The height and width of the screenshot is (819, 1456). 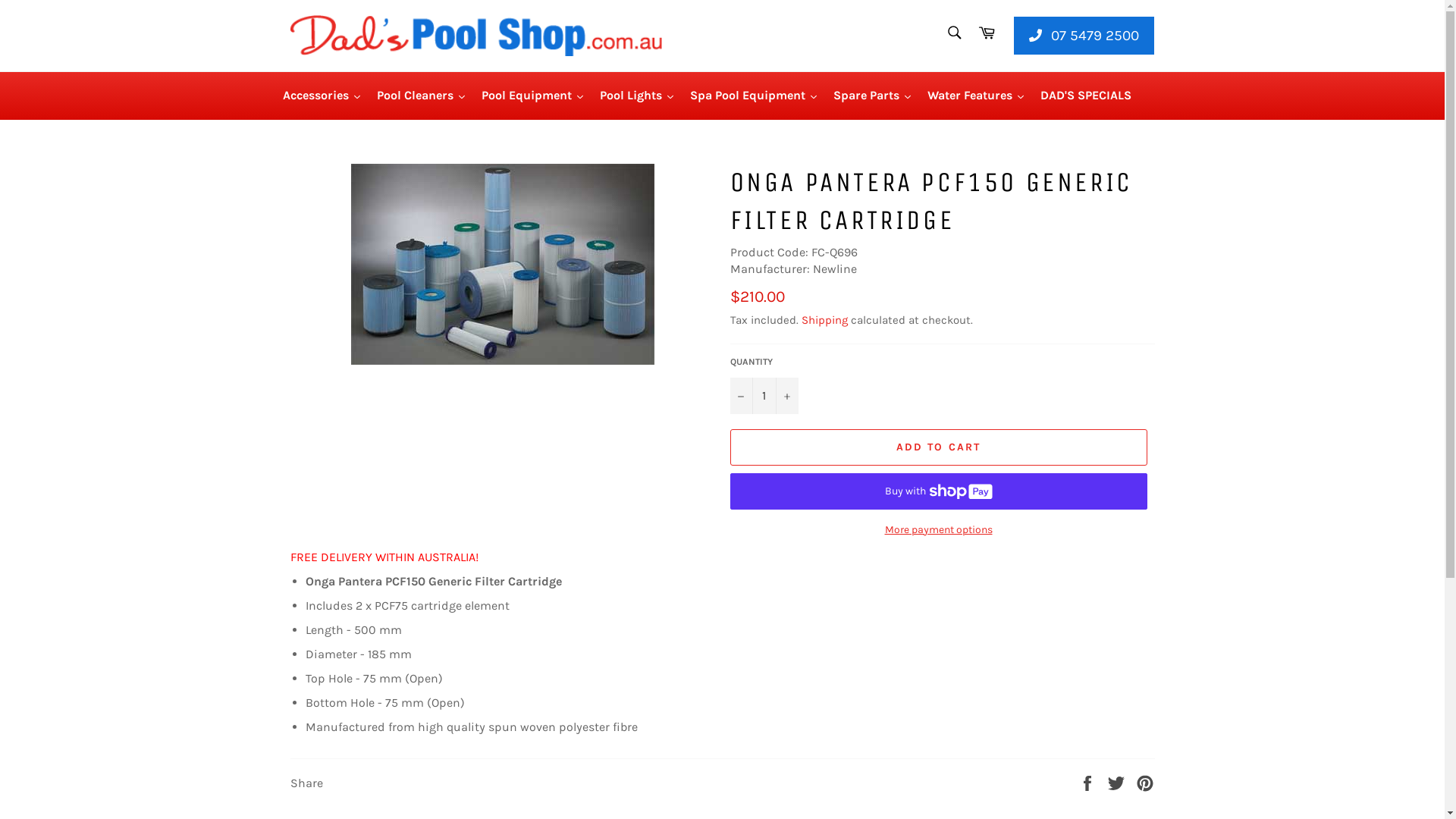 I want to click on 'Cart', so click(x=971, y=34).